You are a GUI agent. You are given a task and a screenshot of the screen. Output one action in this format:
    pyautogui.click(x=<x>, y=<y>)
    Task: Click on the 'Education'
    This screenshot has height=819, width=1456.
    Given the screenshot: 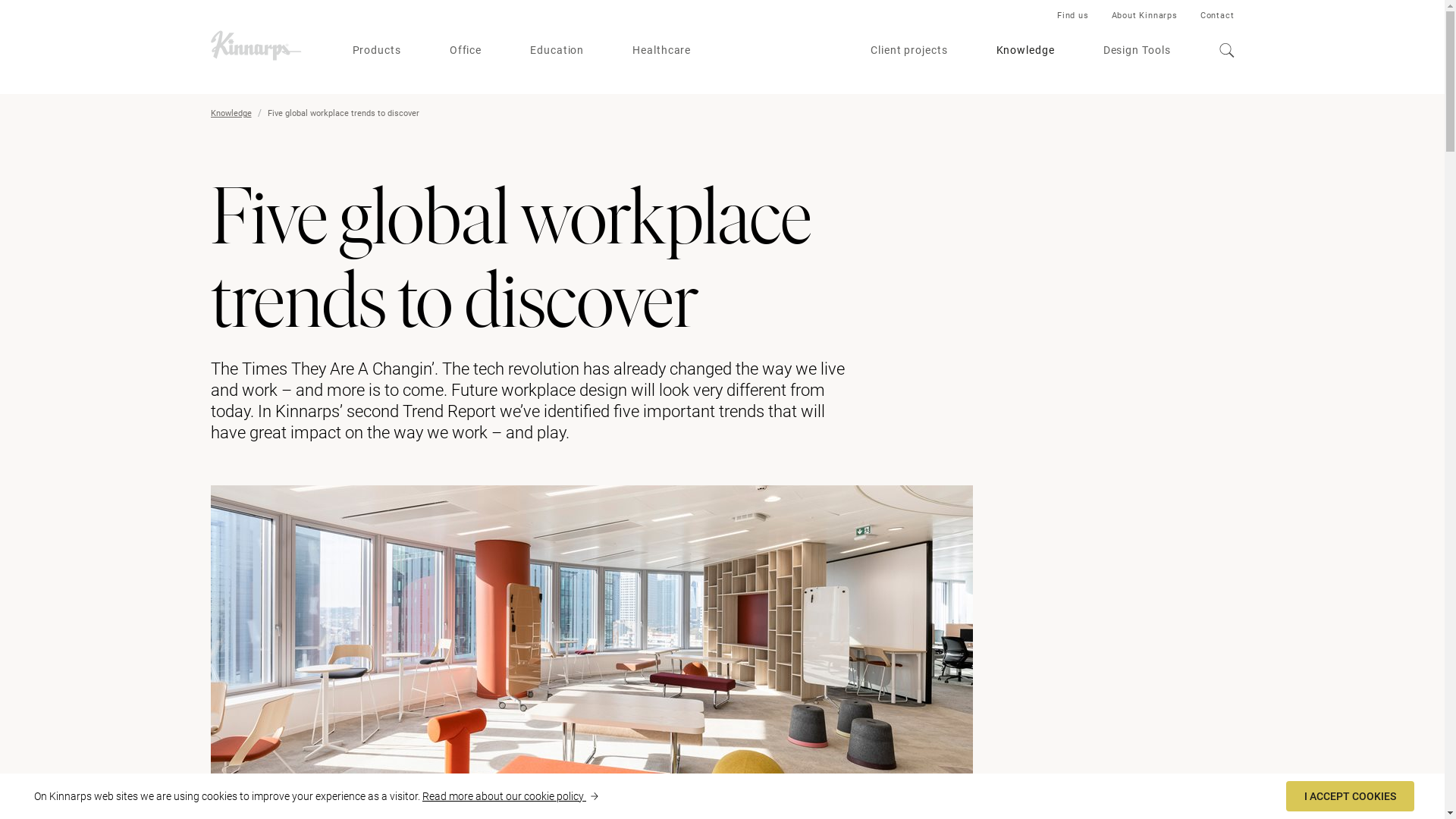 What is the action you would take?
    pyautogui.click(x=556, y=49)
    